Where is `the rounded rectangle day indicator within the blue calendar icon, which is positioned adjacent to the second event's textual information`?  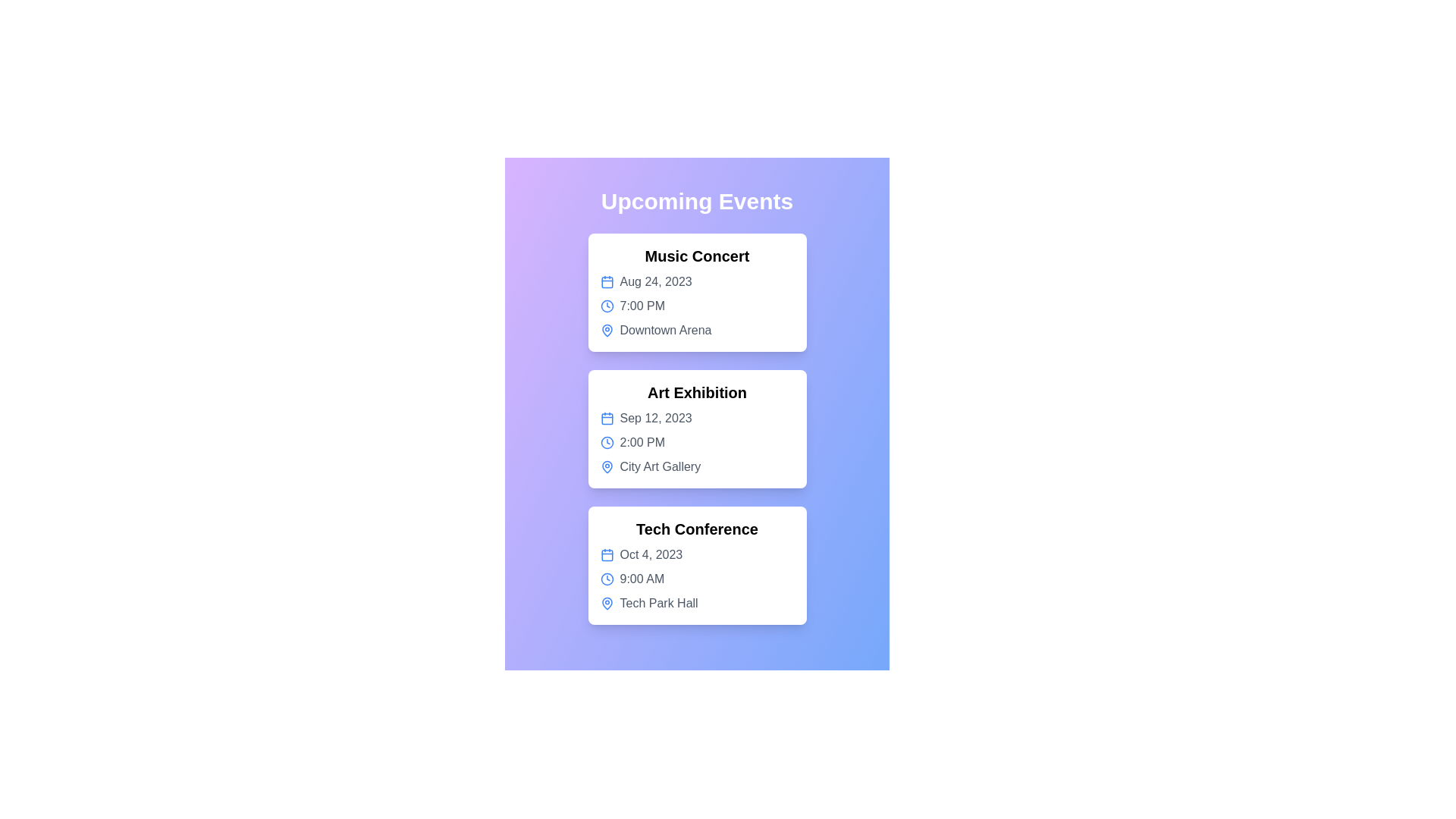
the rounded rectangle day indicator within the blue calendar icon, which is positioned adjacent to the second event's textual information is located at coordinates (607, 419).